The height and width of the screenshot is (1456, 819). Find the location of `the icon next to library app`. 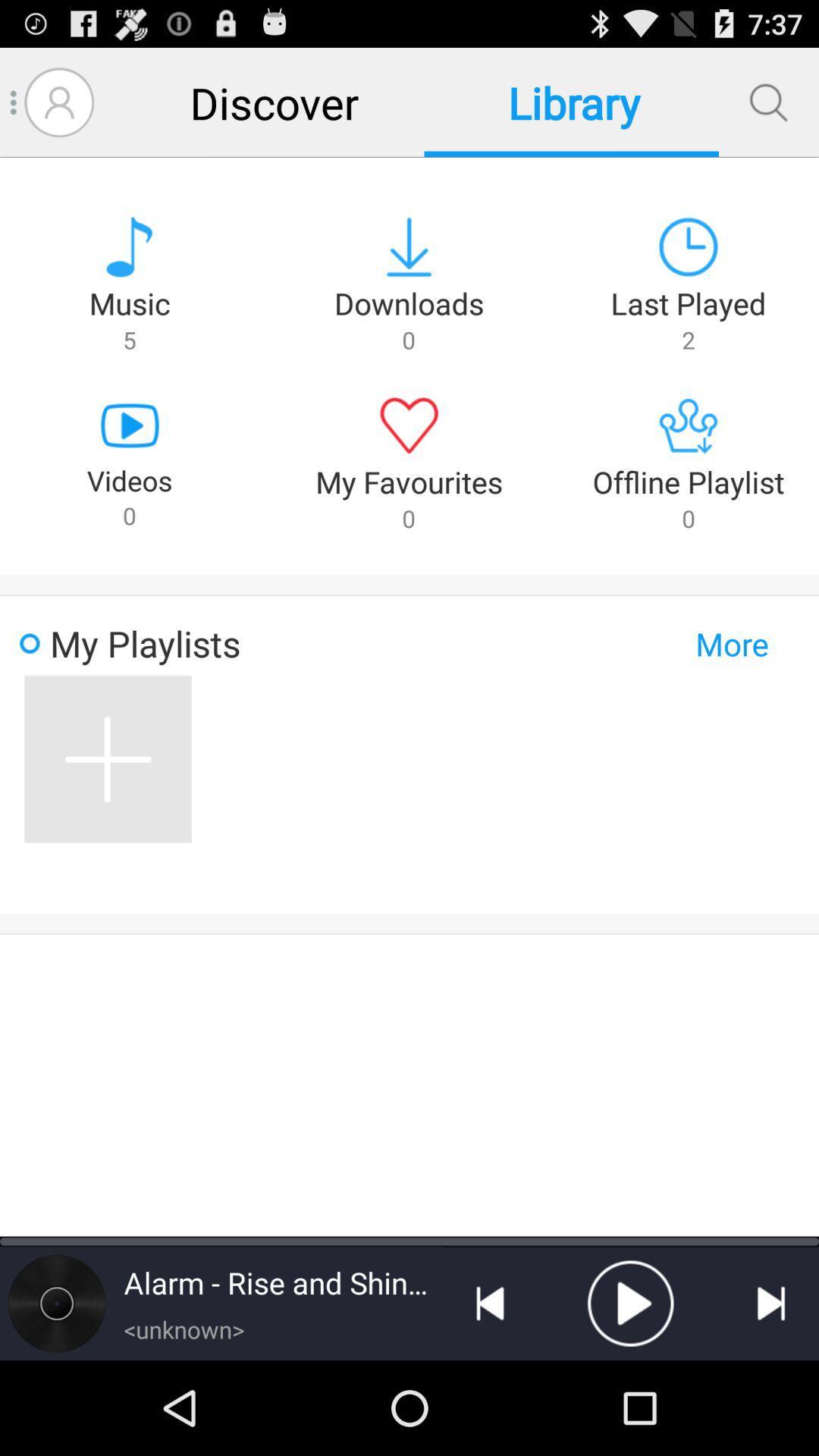

the icon next to library app is located at coordinates (274, 102).